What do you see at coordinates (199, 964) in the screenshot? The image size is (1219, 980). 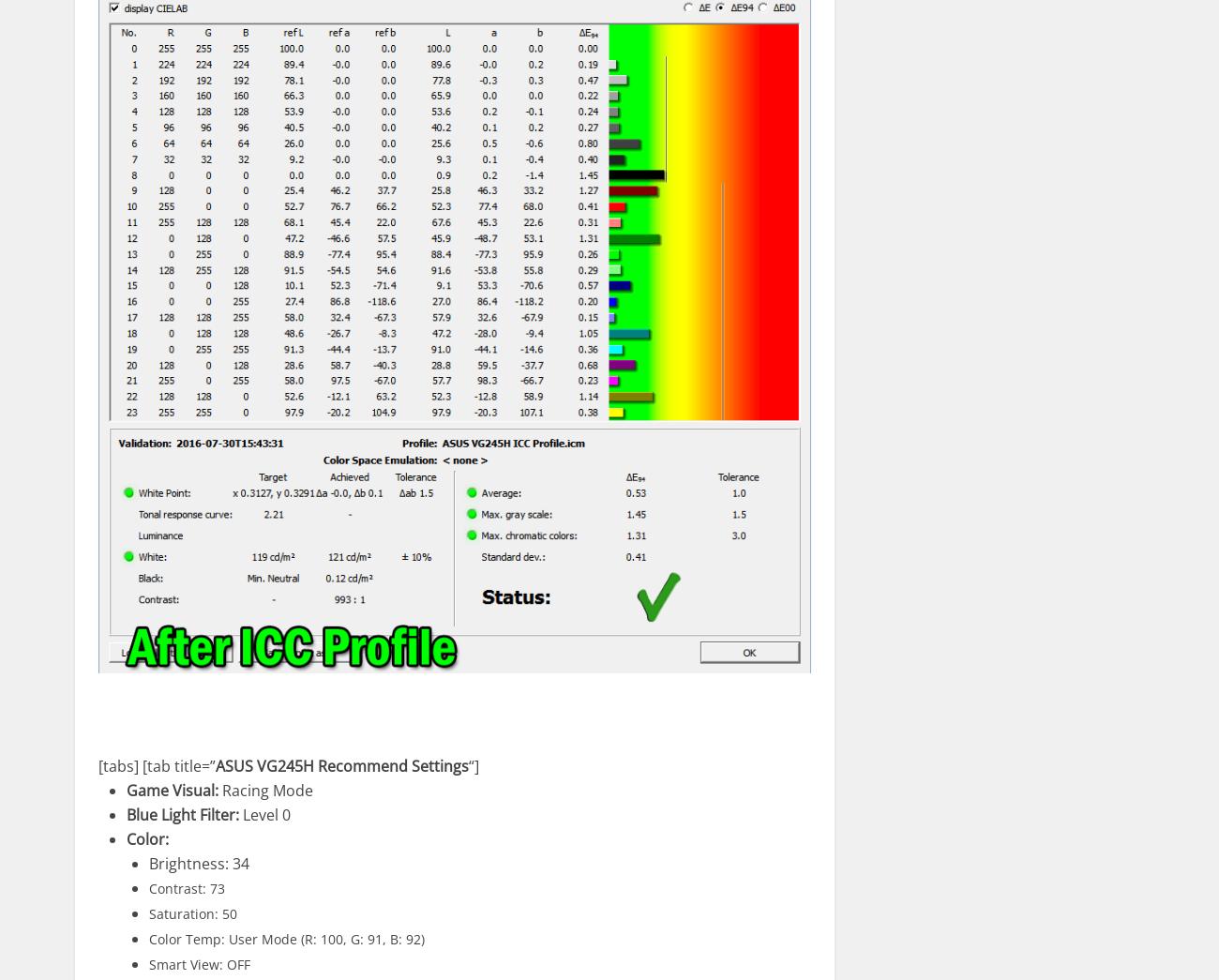 I see `'Smart View: OFF'` at bounding box center [199, 964].